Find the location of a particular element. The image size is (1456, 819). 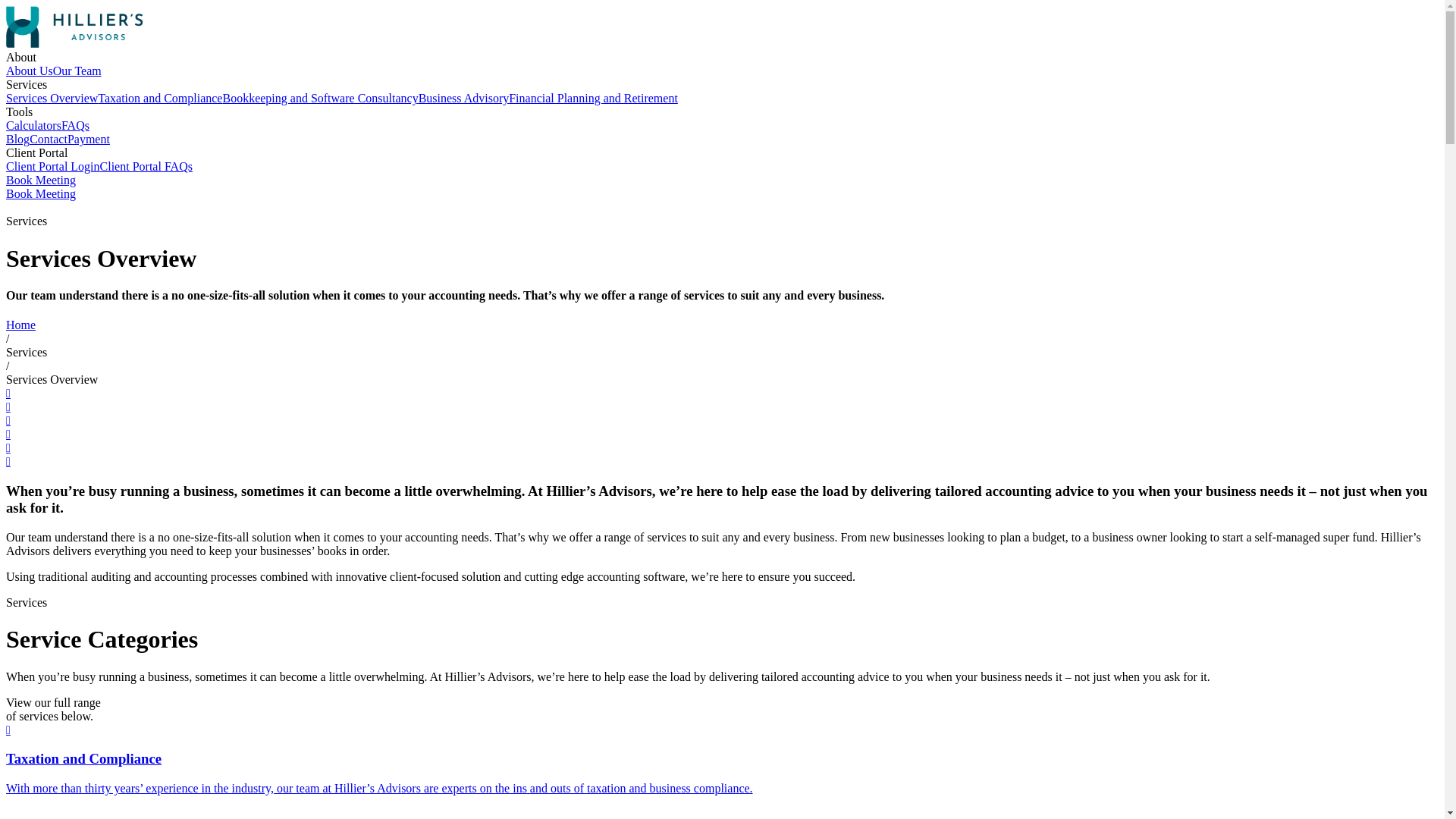

'Our Team' is located at coordinates (76, 71).